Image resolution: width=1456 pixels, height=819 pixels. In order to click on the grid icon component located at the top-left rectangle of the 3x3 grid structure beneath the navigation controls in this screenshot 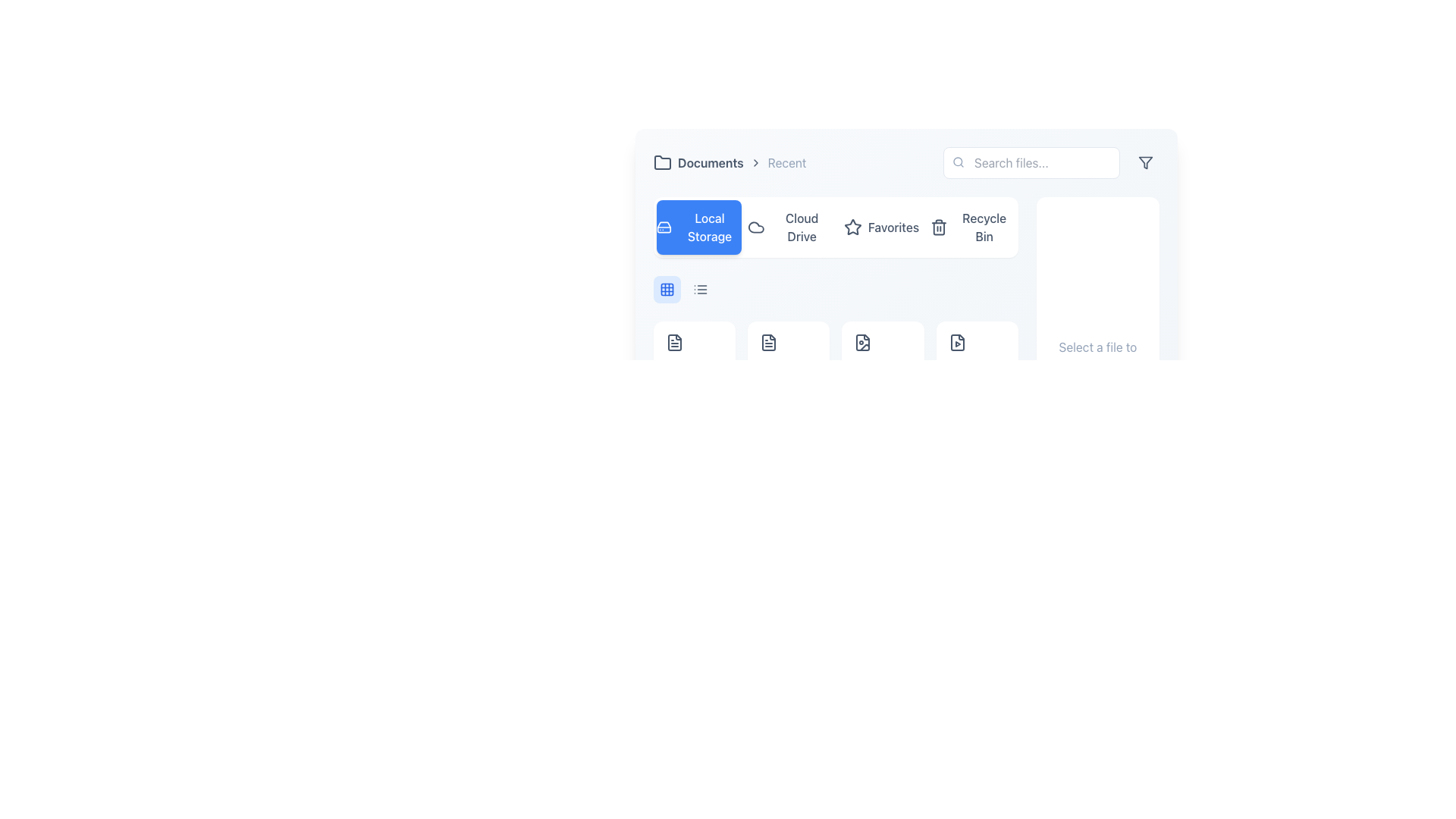, I will do `click(667, 289)`.